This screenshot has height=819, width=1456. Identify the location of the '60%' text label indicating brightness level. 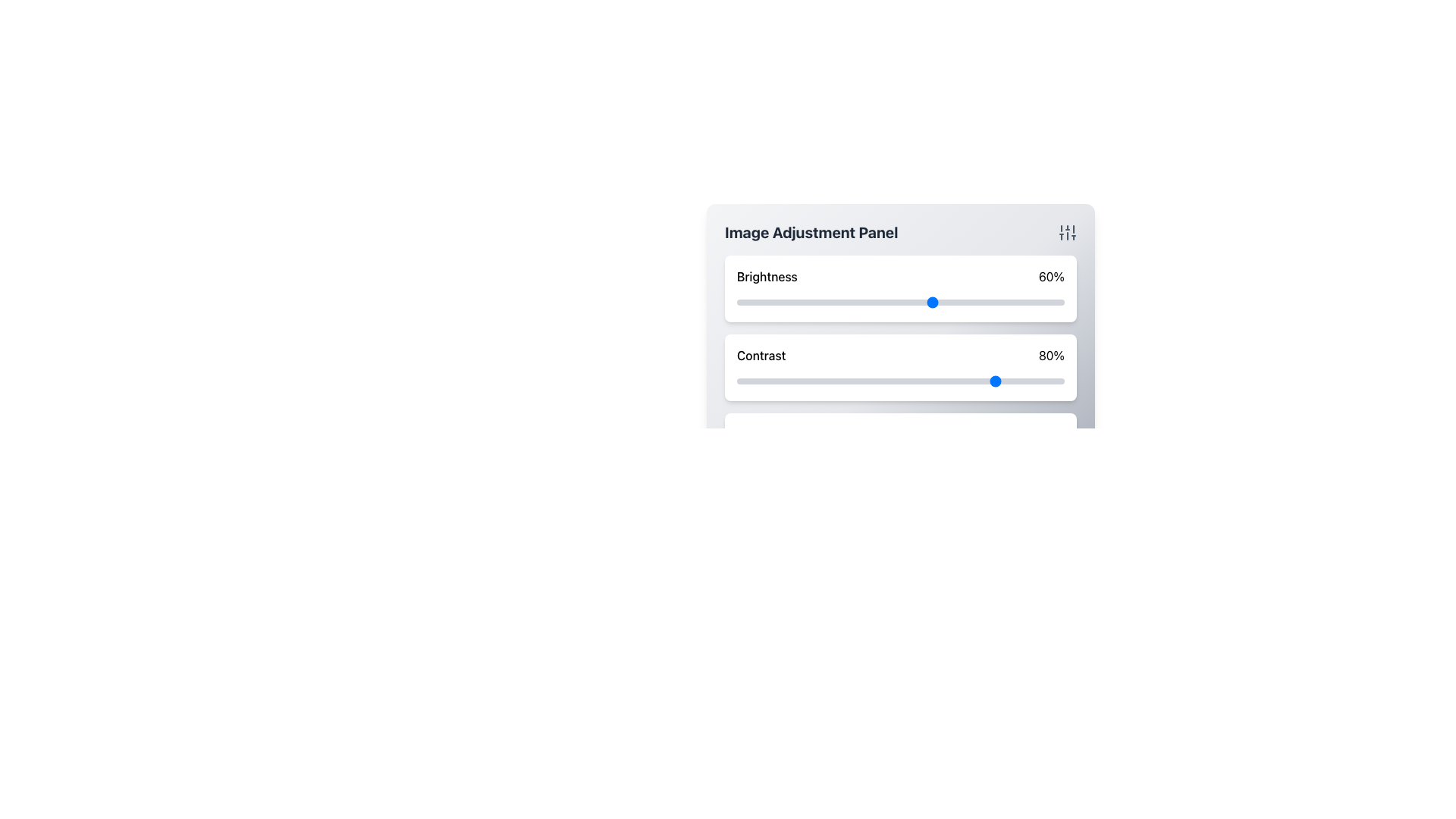
(1051, 277).